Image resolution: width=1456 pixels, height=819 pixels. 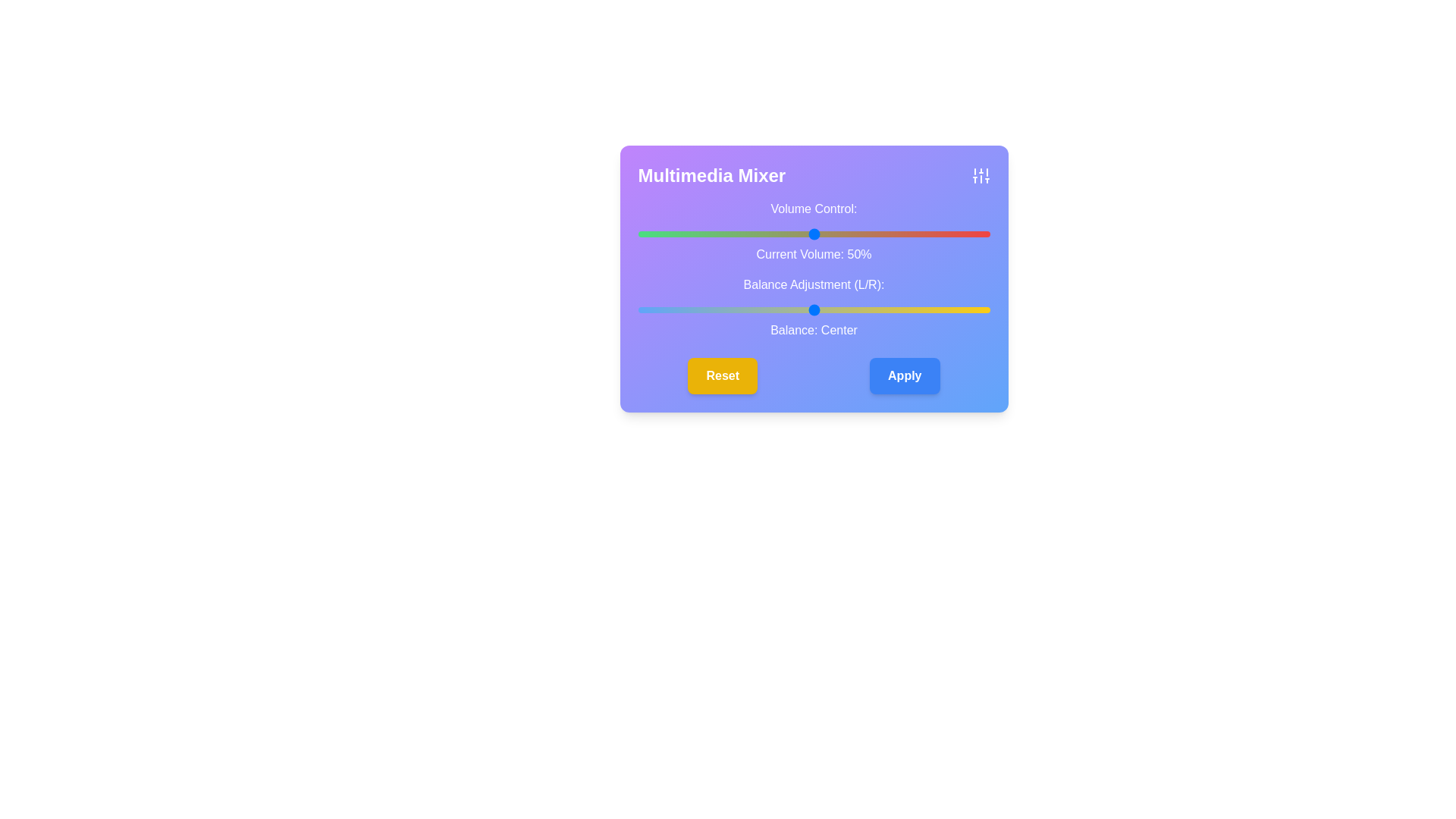 What do you see at coordinates (662, 234) in the screenshot?
I see `the volume slider to set the volume to 7%` at bounding box center [662, 234].